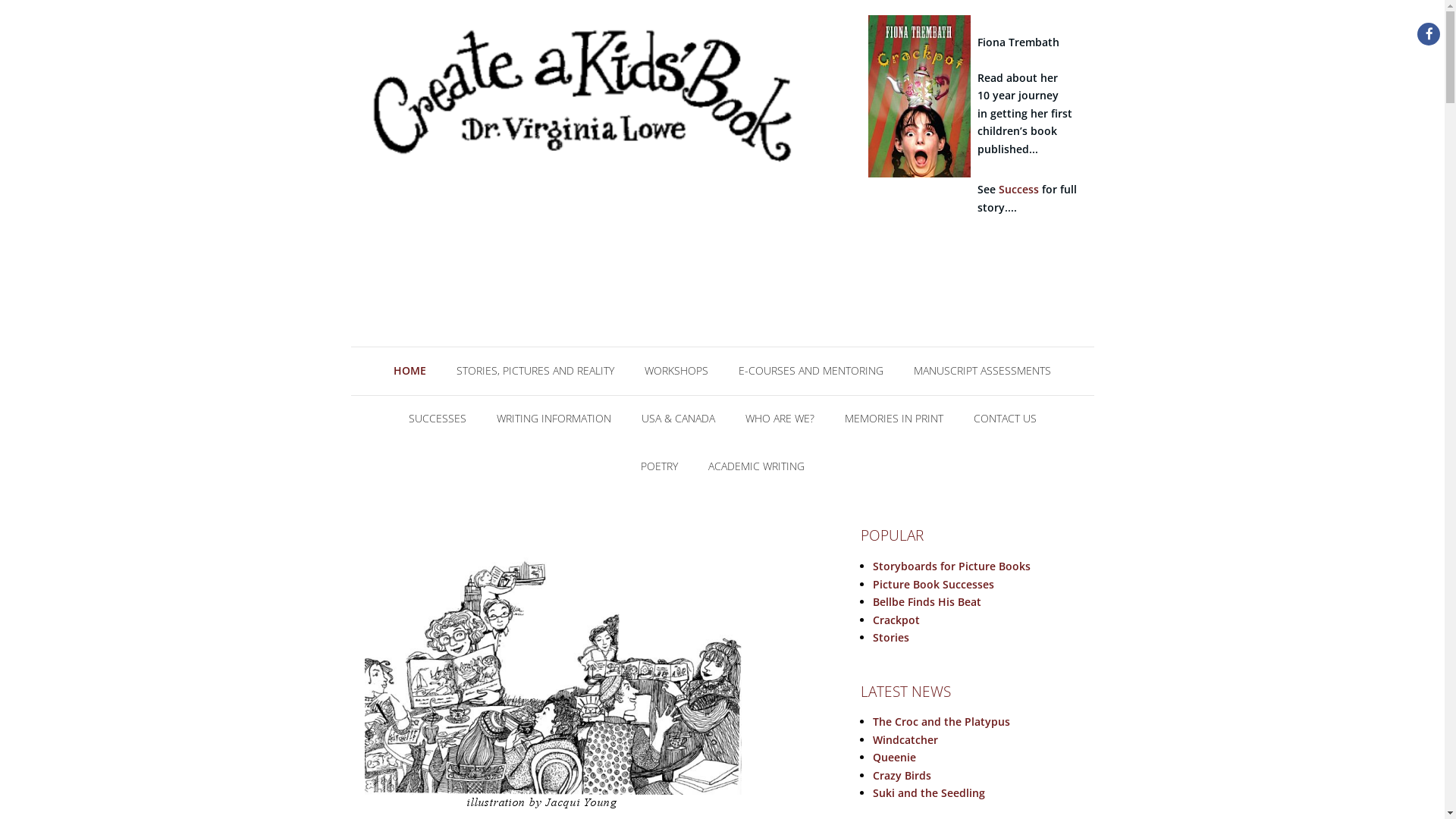 The width and height of the screenshot is (1456, 819). I want to click on 'Suki and the Seedling', so click(927, 792).